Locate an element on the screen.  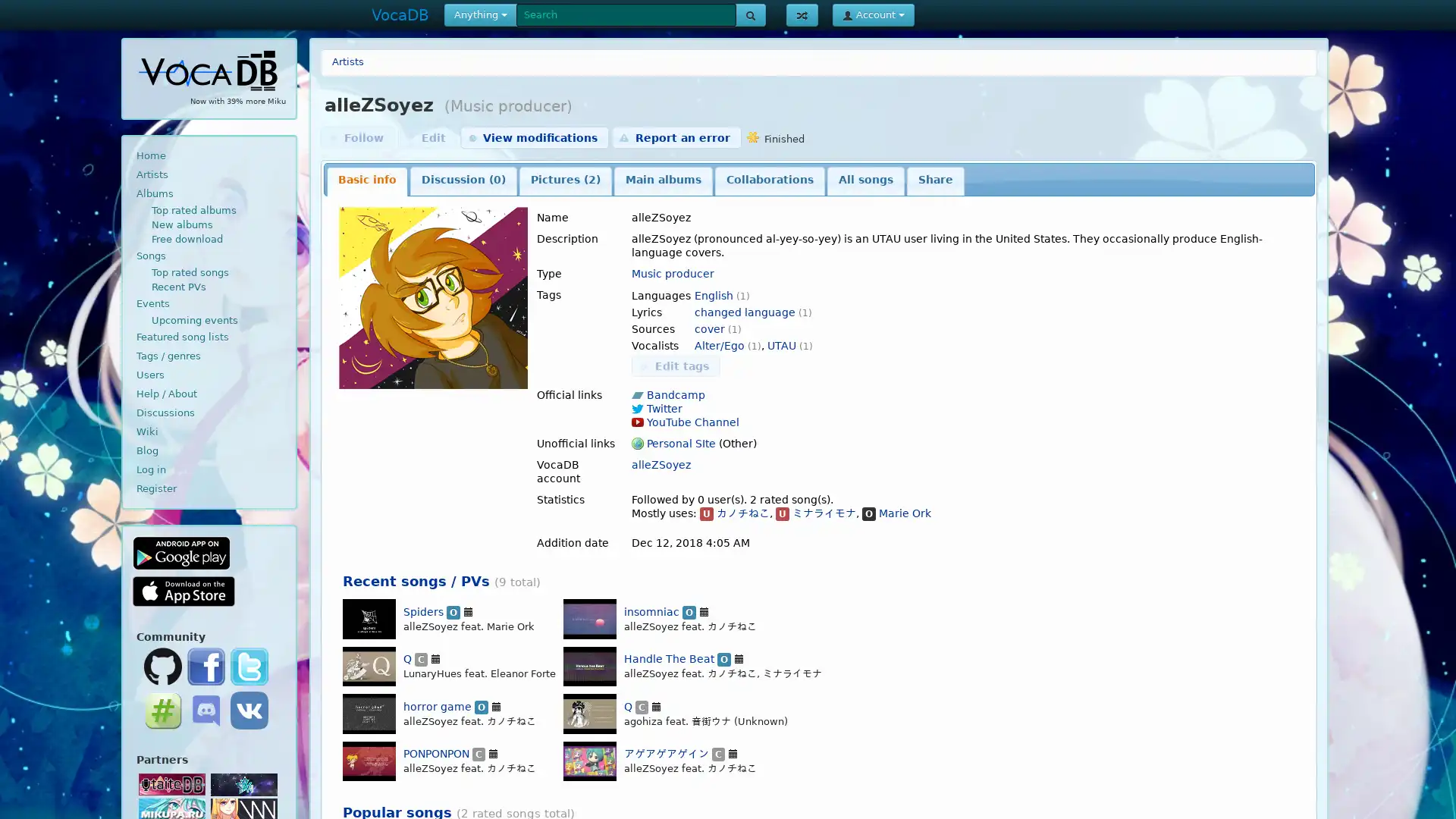
Follow is located at coordinates (356, 137).